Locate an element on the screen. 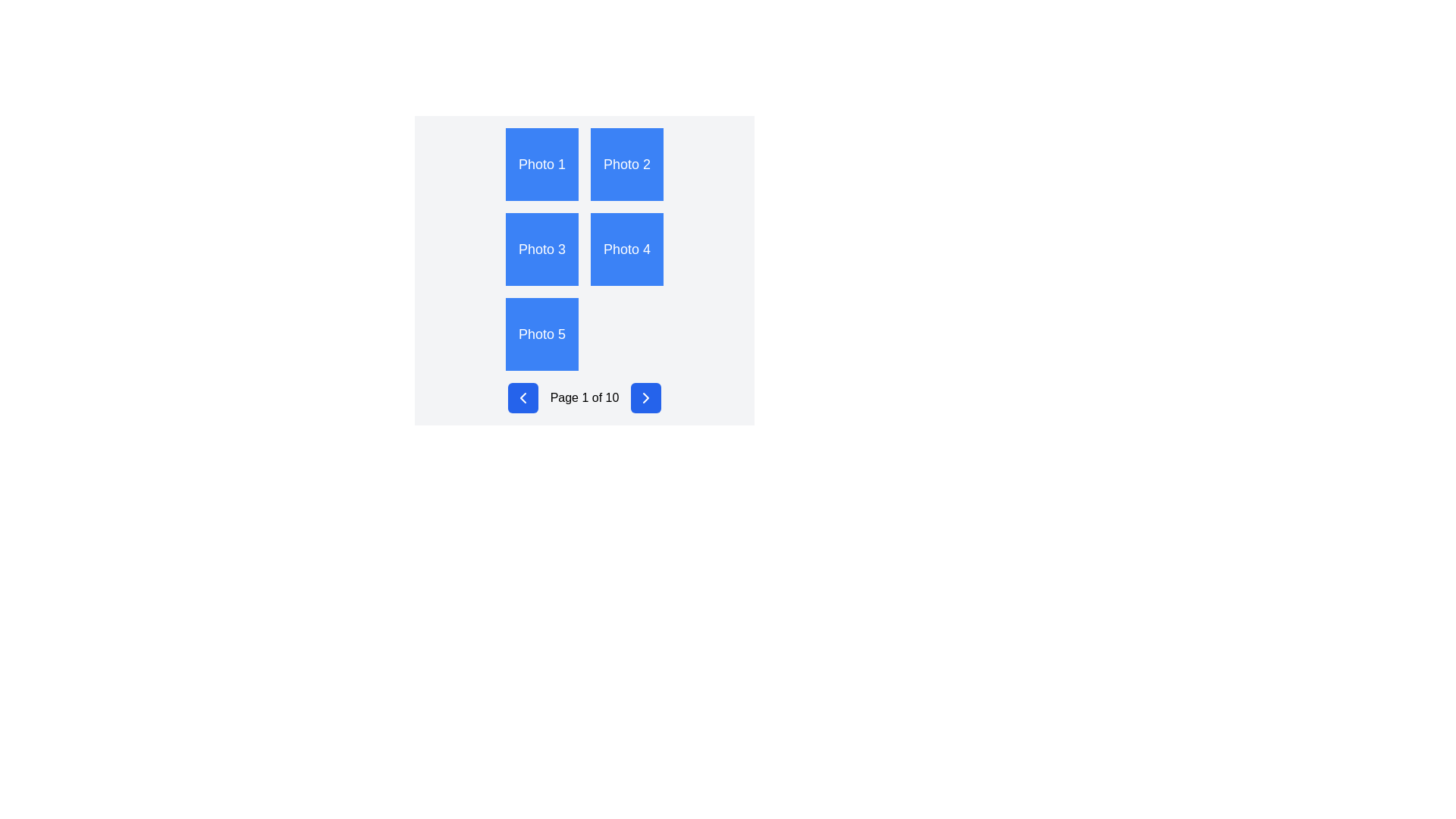 Image resolution: width=1456 pixels, height=819 pixels. the blue rounded rectangle button with a right-facing chevron icon at its center, located at the bottom of the UI layout, to trigger hover effects is located at coordinates (646, 397).